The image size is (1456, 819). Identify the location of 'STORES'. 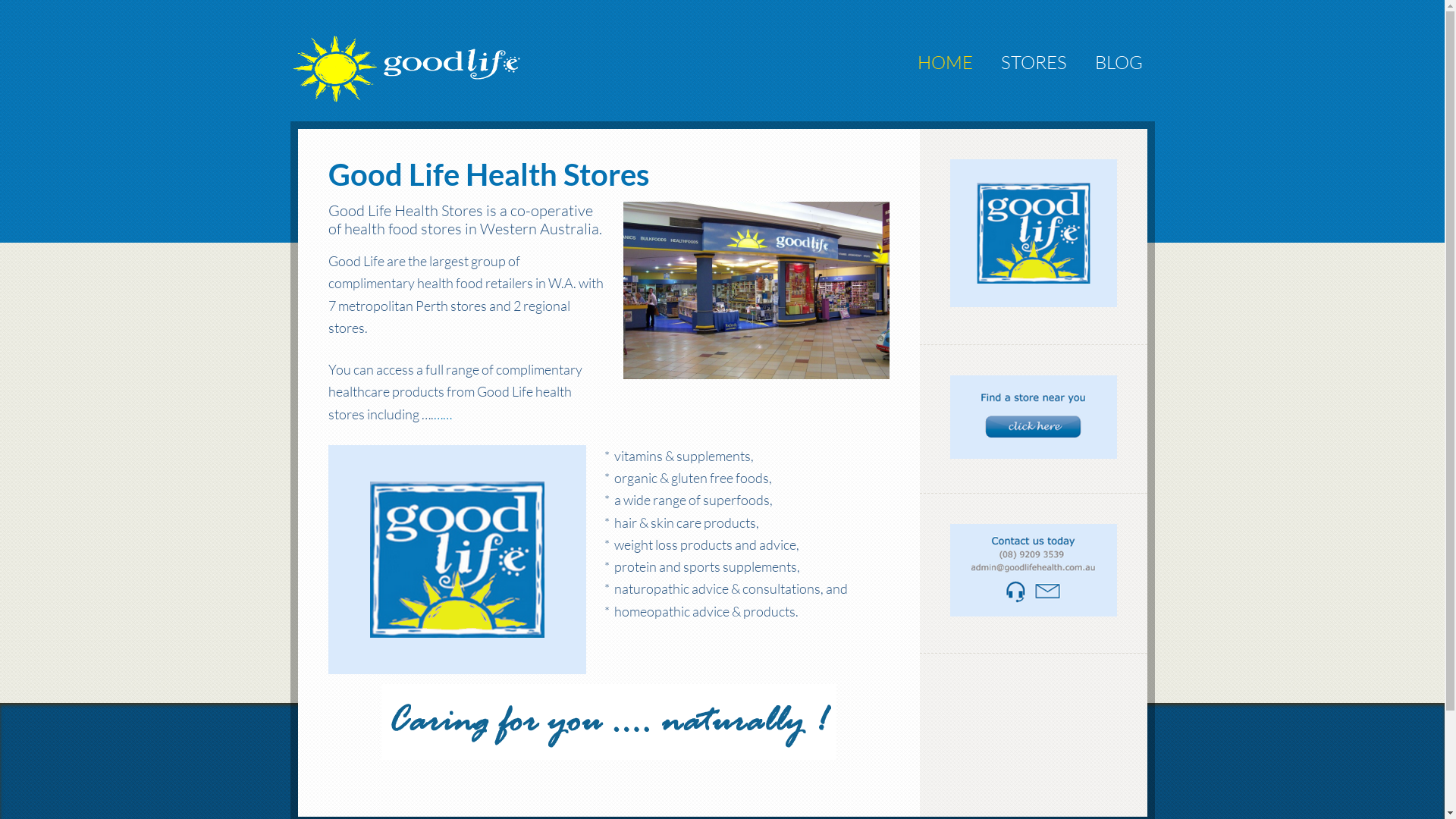
(989, 61).